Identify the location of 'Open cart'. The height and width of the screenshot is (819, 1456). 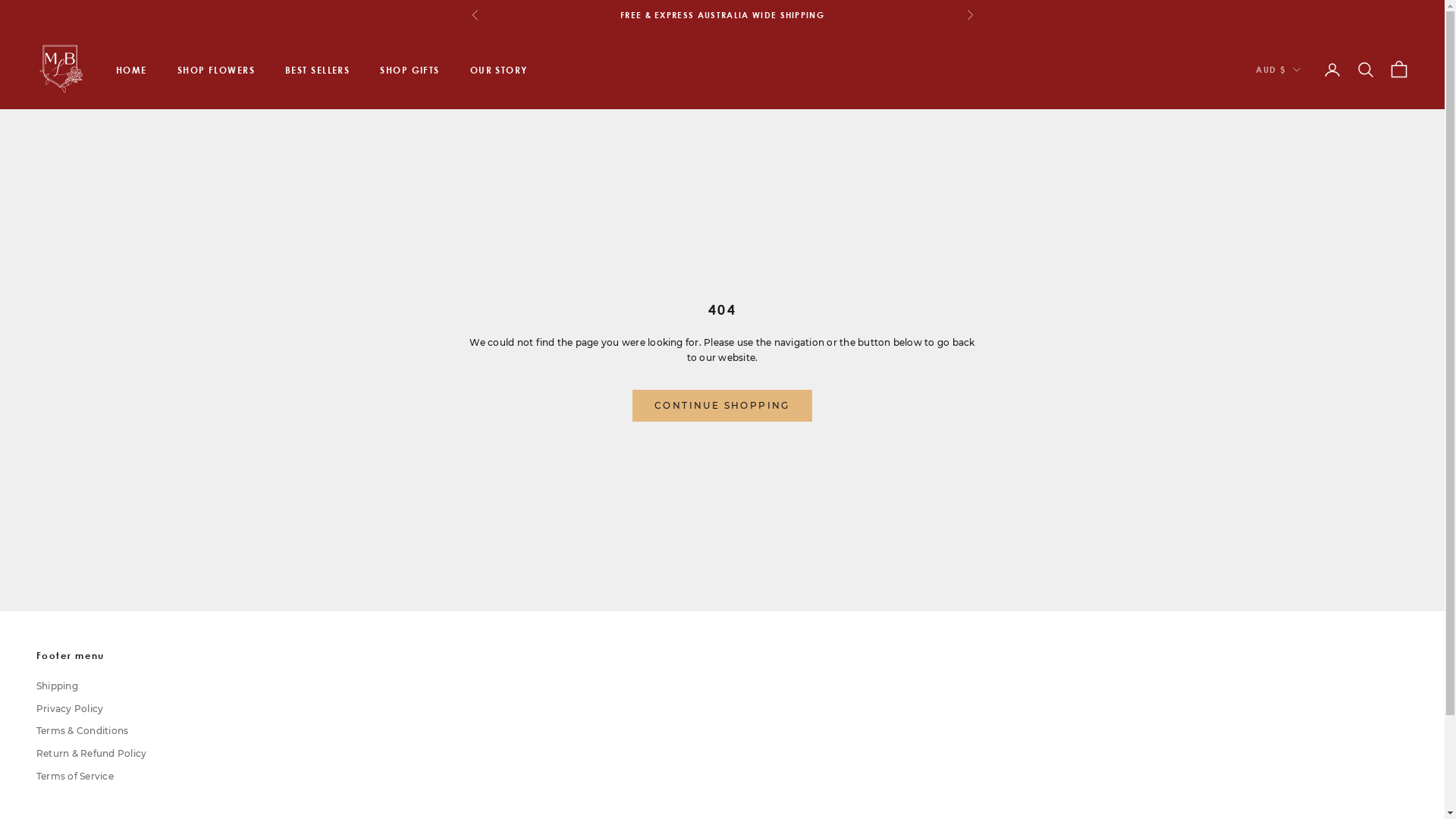
(1398, 70).